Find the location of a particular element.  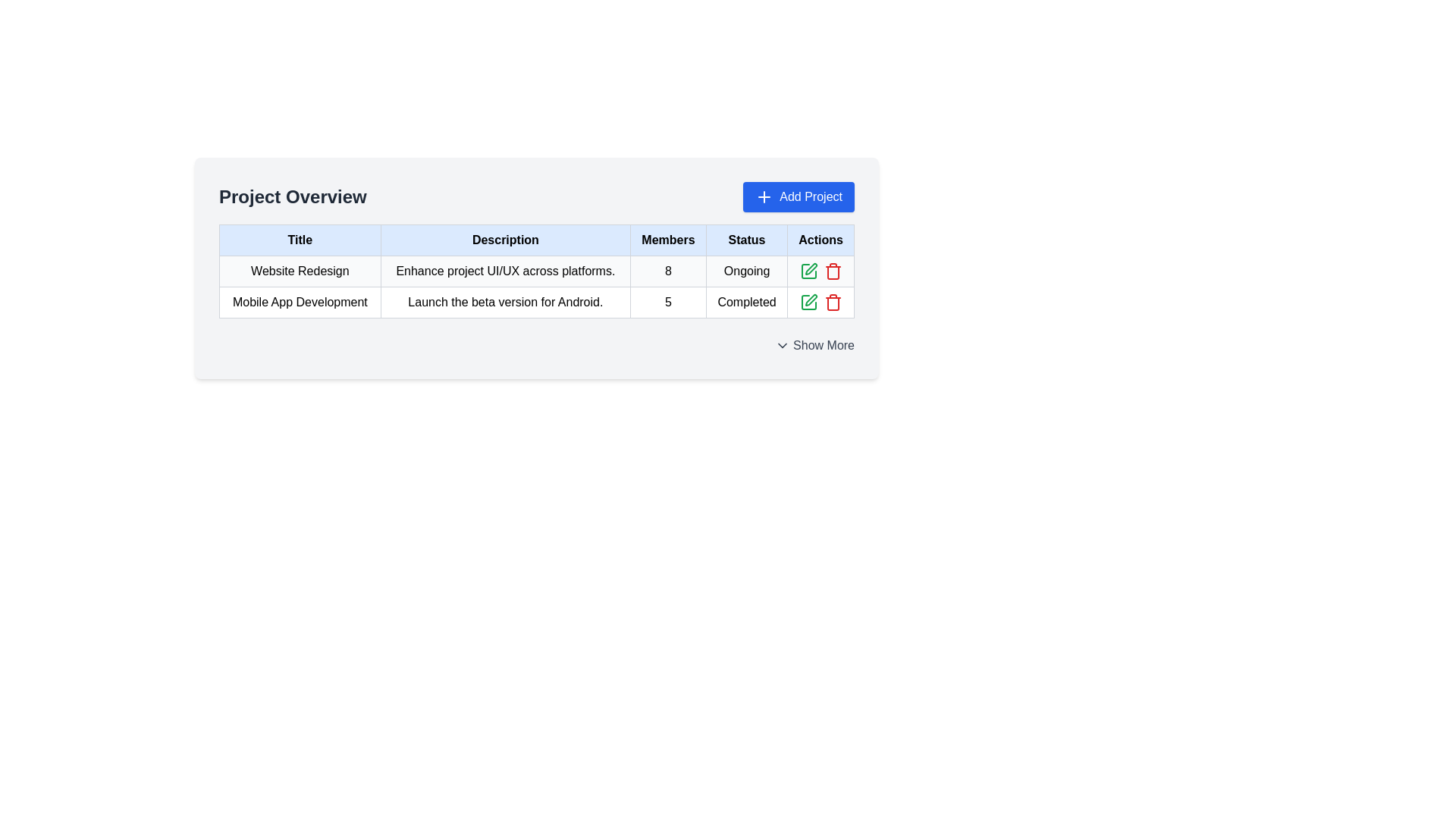

the edit function icon, which is a small pen graphic located in the 'Actions' column of the second row for the 'Mobile App Development' project is located at coordinates (810, 300).